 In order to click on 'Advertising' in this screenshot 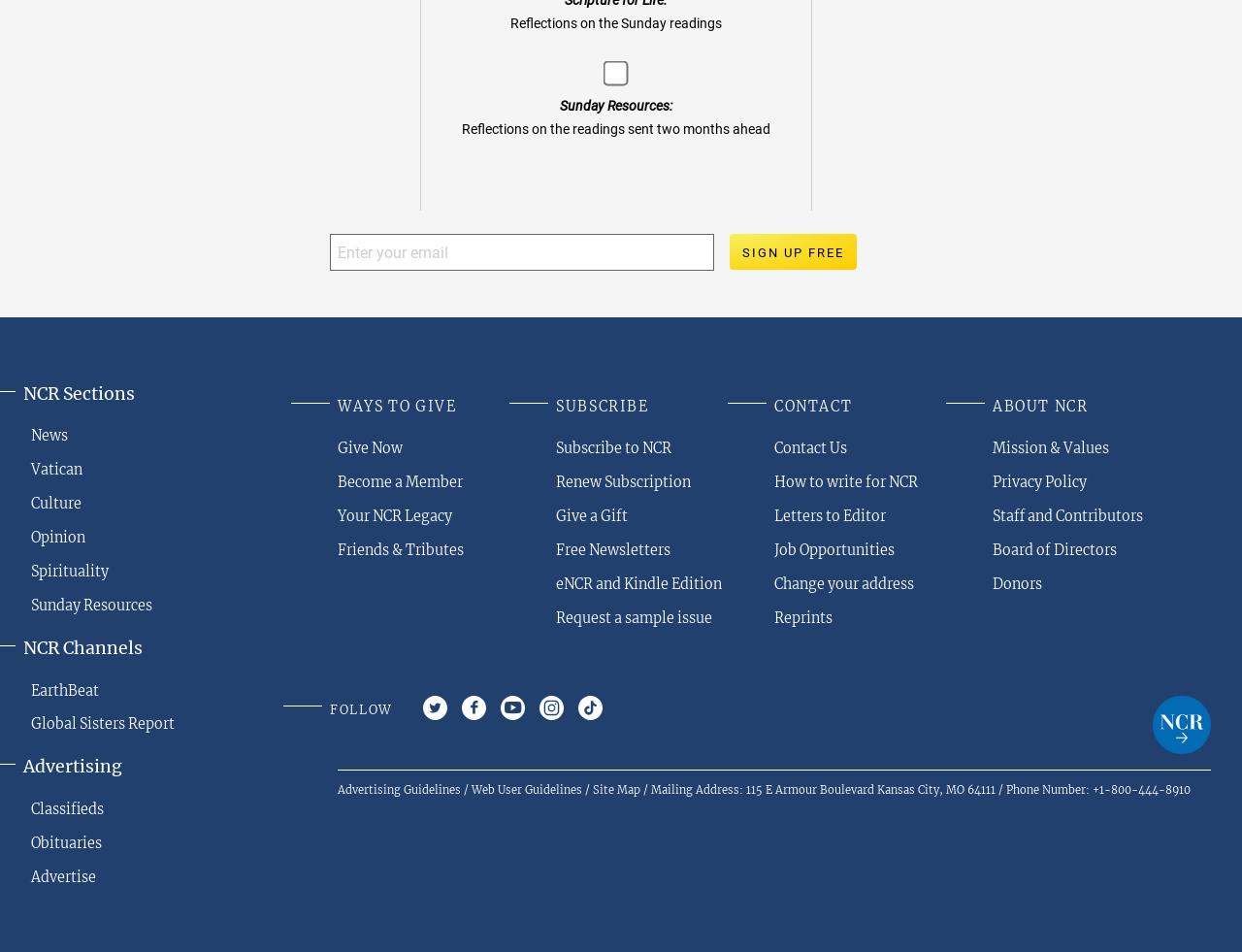, I will do `click(73, 766)`.